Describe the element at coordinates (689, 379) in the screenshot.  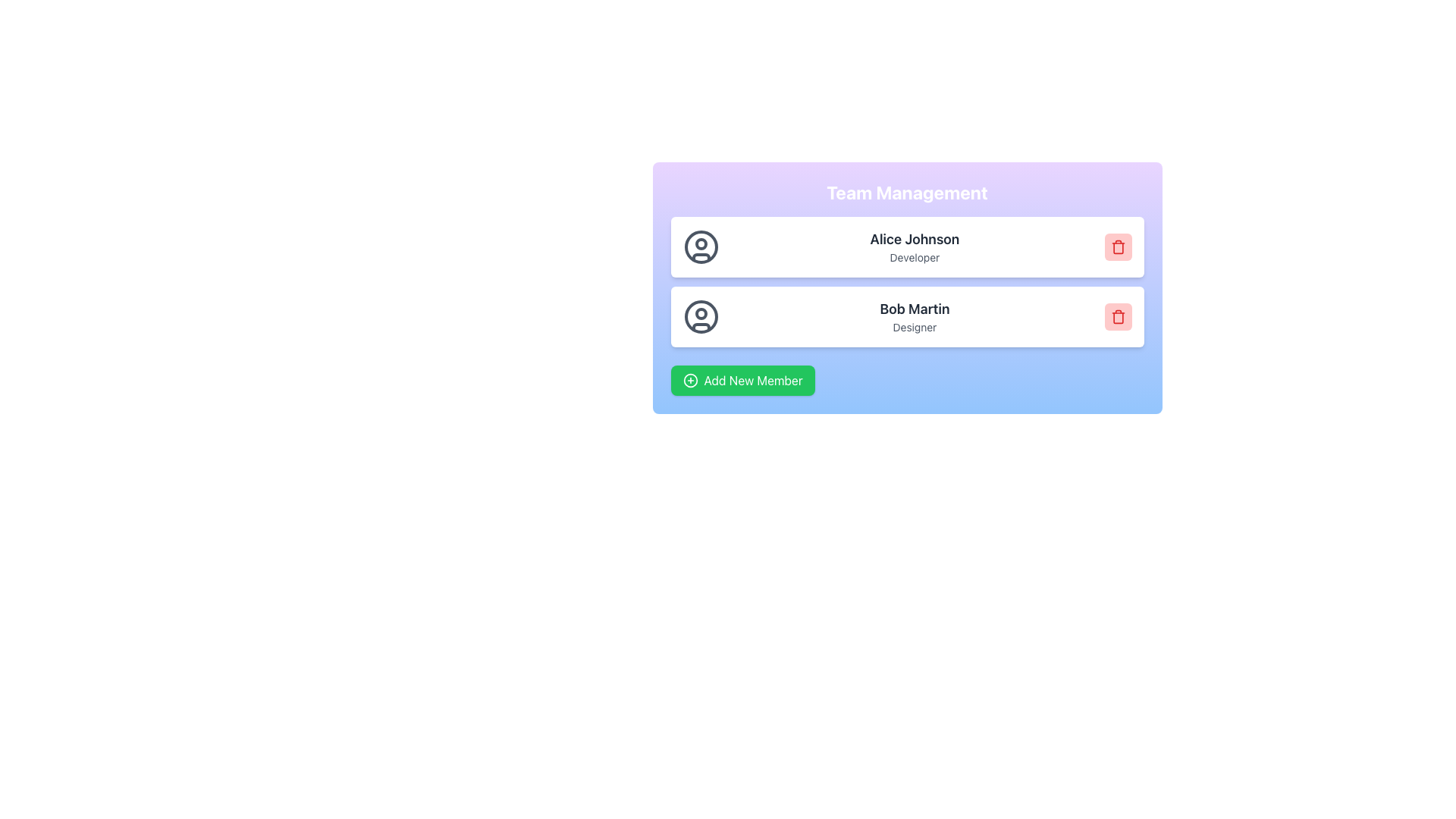
I see `the 'Add New Member' button which contains an SVG Circle indicating the action of adding members, located at the bottom left of the panel interface` at that location.